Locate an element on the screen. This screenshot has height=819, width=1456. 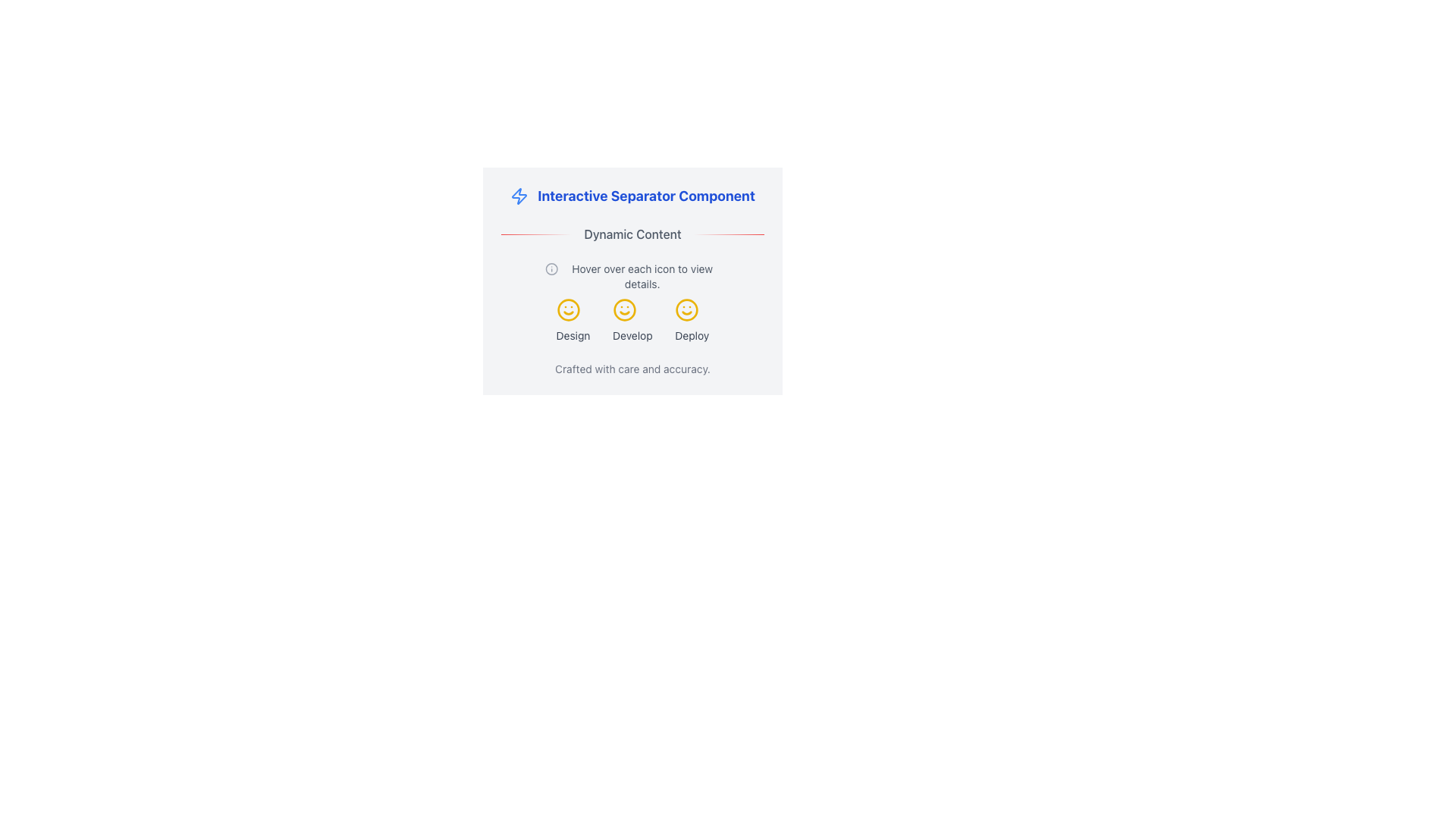
the 'Deploy' text label, which is styled in gray and located below a yellow smiley face icon, positioned in the bottom-right corner of the layout is located at coordinates (691, 335).